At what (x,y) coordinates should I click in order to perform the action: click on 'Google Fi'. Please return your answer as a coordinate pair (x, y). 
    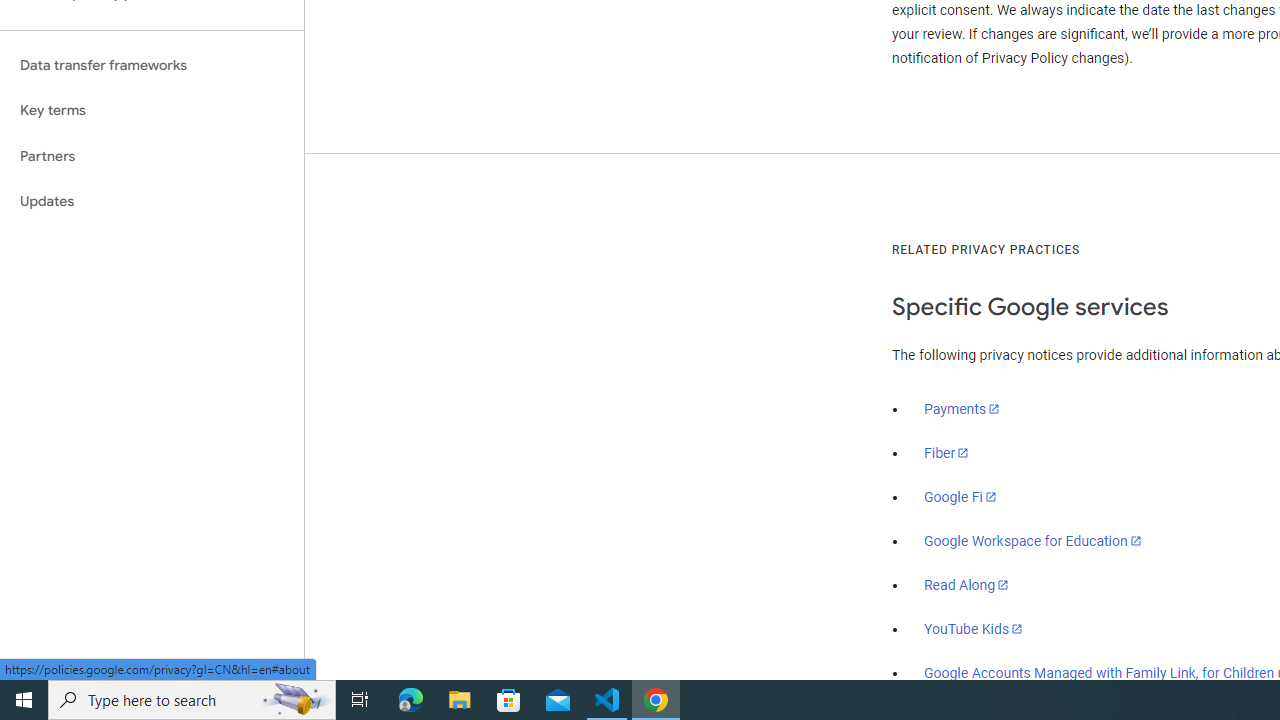
    Looking at the image, I should click on (960, 496).